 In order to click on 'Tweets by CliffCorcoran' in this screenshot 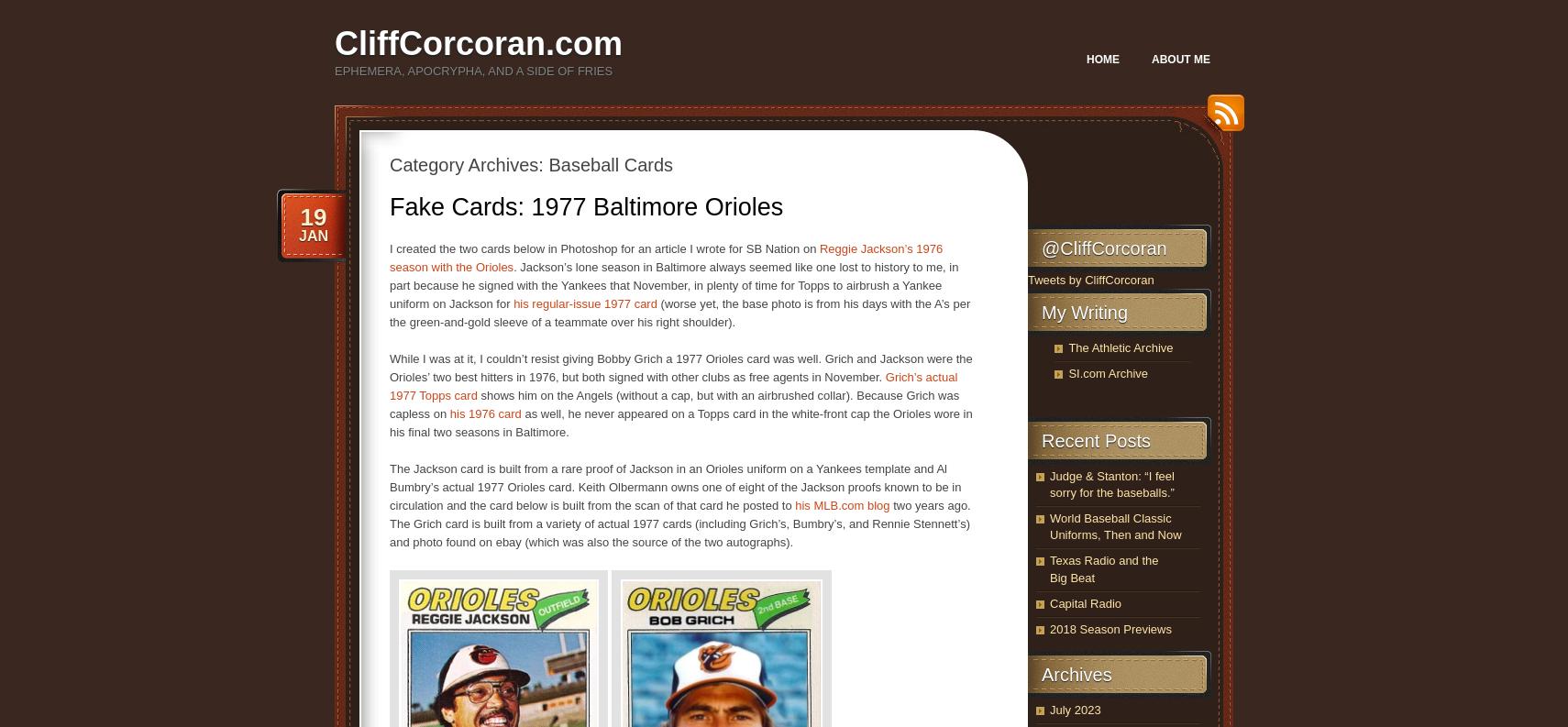, I will do `click(1027, 279)`.